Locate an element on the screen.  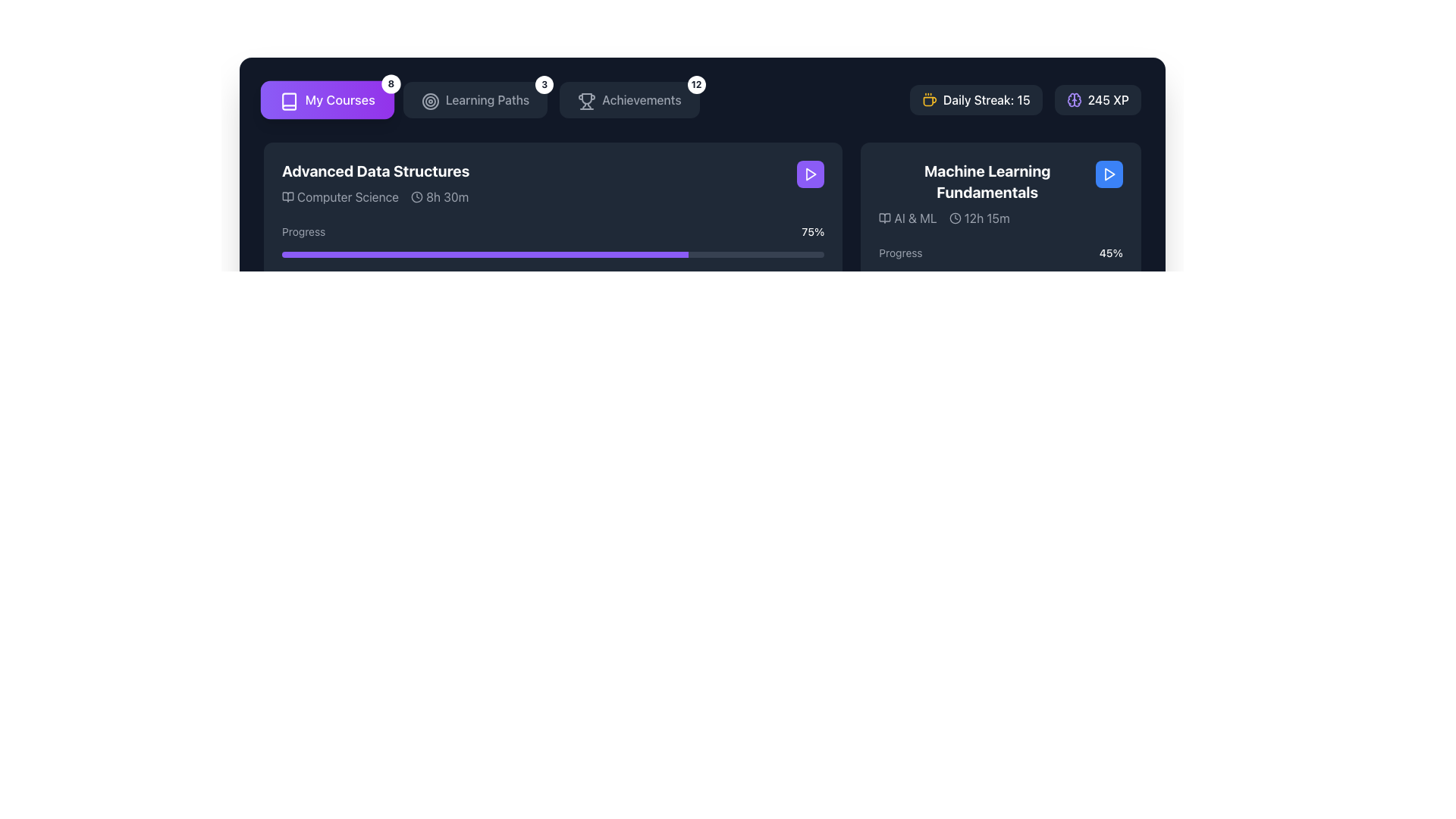
information displayed on the text label 'AI & ML 12h 15m', which is styled in gray and located below the title 'Machine Learning Fundamentals' is located at coordinates (987, 218).